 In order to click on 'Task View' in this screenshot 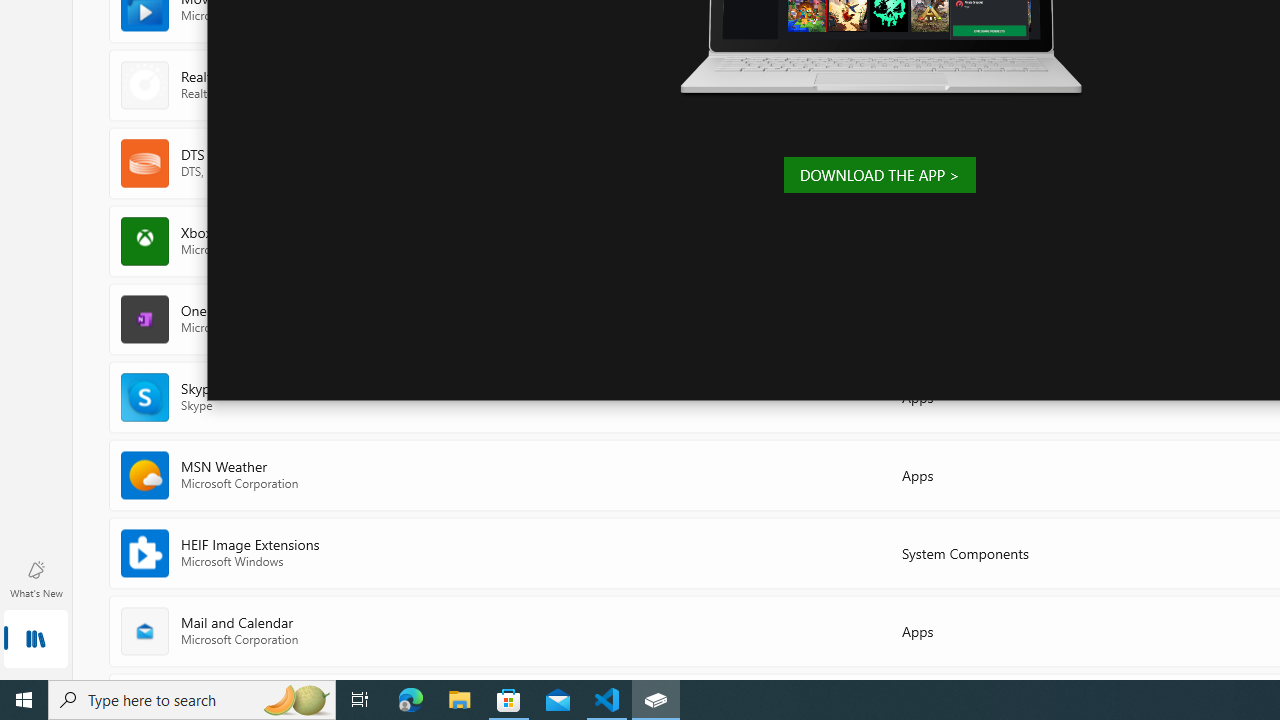, I will do `click(359, 698)`.